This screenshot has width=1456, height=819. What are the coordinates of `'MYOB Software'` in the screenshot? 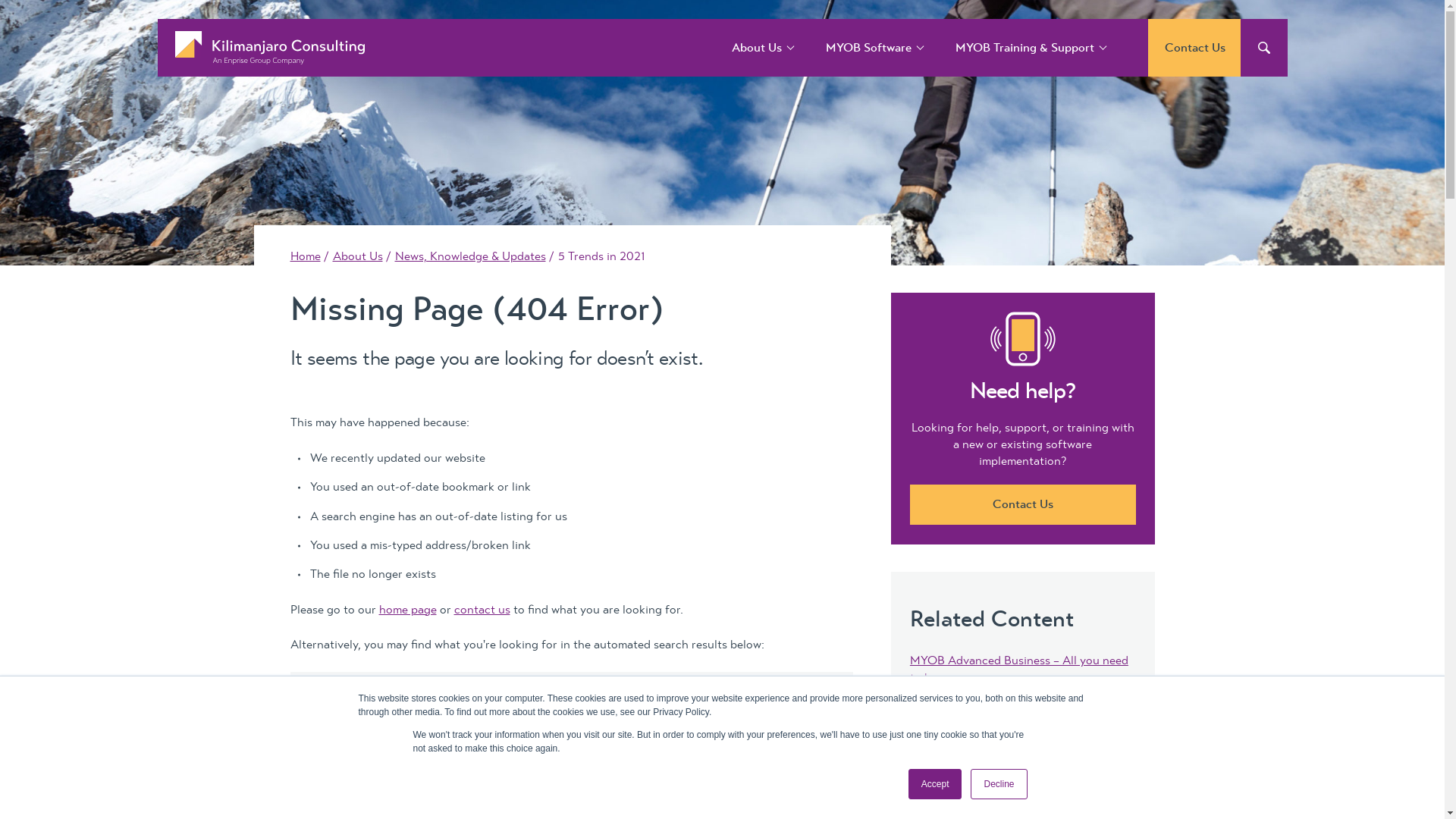 It's located at (868, 46).